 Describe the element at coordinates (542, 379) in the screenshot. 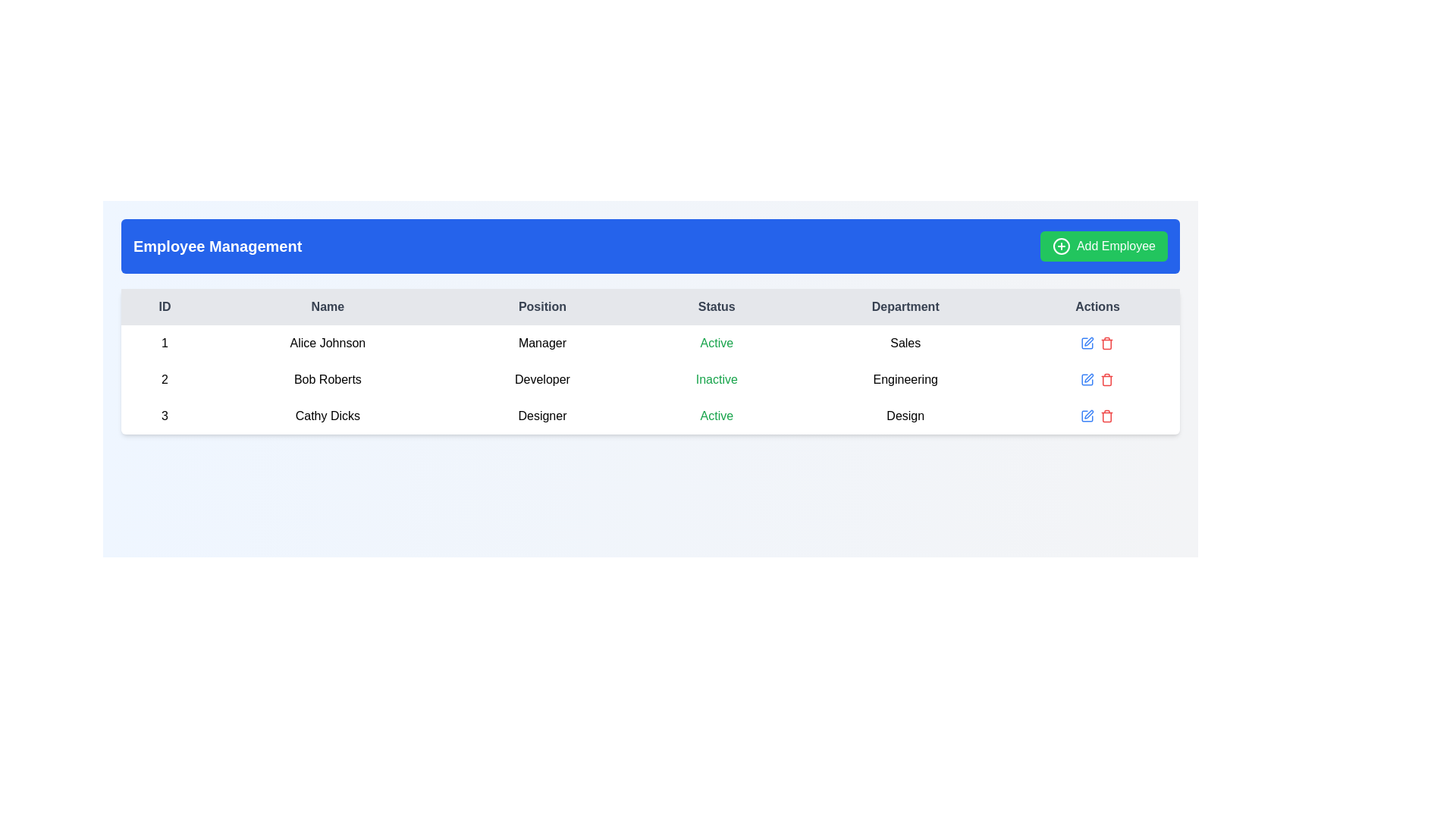

I see `the static text label displaying 'Developer' for the entry 'Bob Roberts' in the 'Position' column of the table` at that location.